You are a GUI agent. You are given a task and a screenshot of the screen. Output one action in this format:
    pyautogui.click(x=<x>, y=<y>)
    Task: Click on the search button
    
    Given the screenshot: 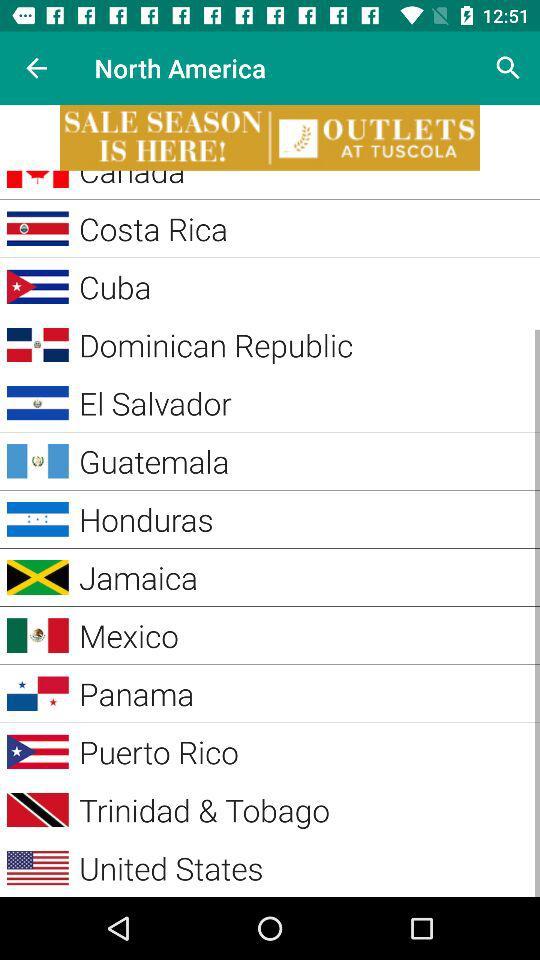 What is the action you would take?
    pyautogui.click(x=508, y=68)
    